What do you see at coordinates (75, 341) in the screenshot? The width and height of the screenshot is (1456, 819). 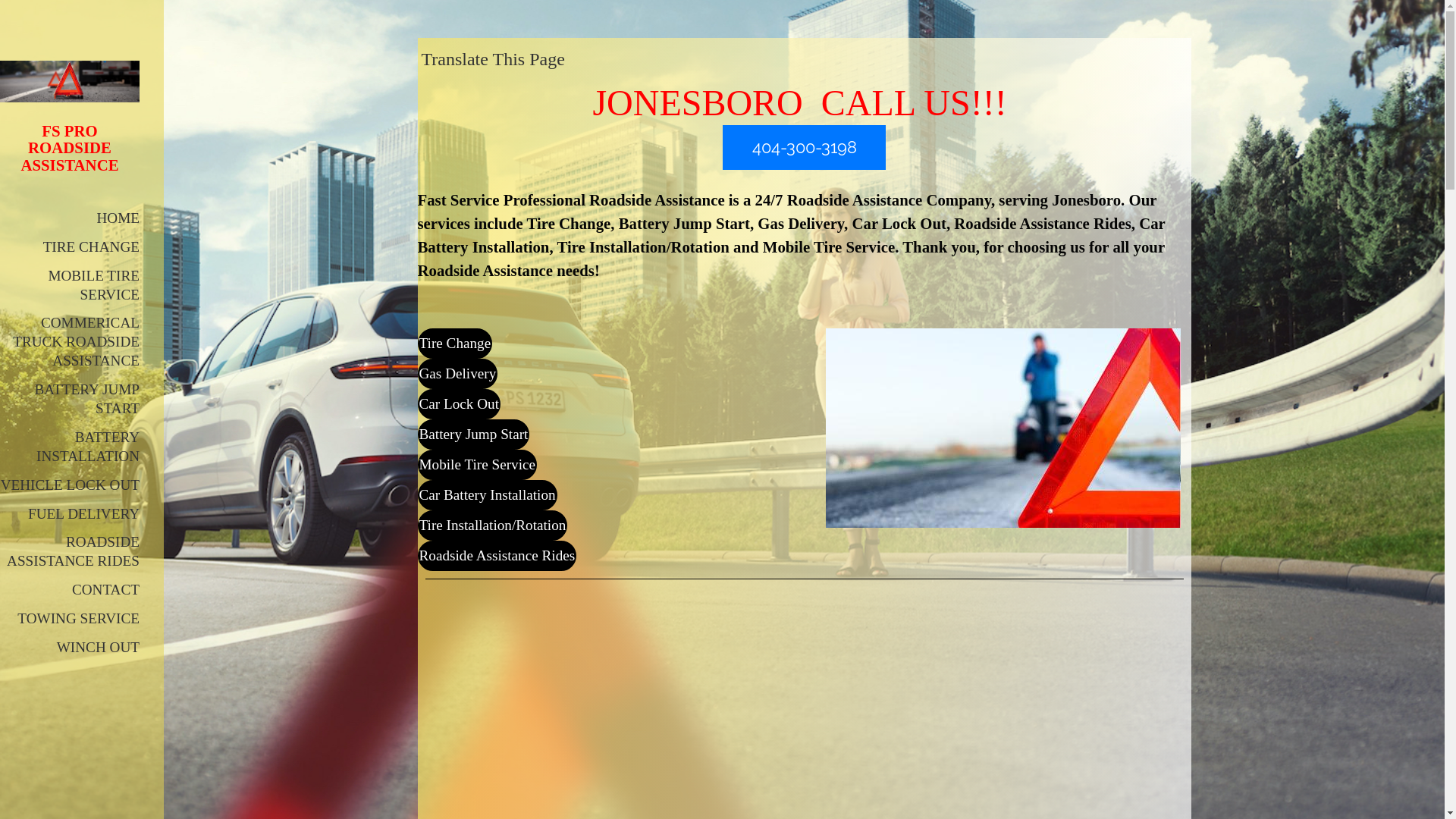 I see `'COMMERICAL TRUCK ROADSIDE ASSISTANCE'` at bounding box center [75, 341].